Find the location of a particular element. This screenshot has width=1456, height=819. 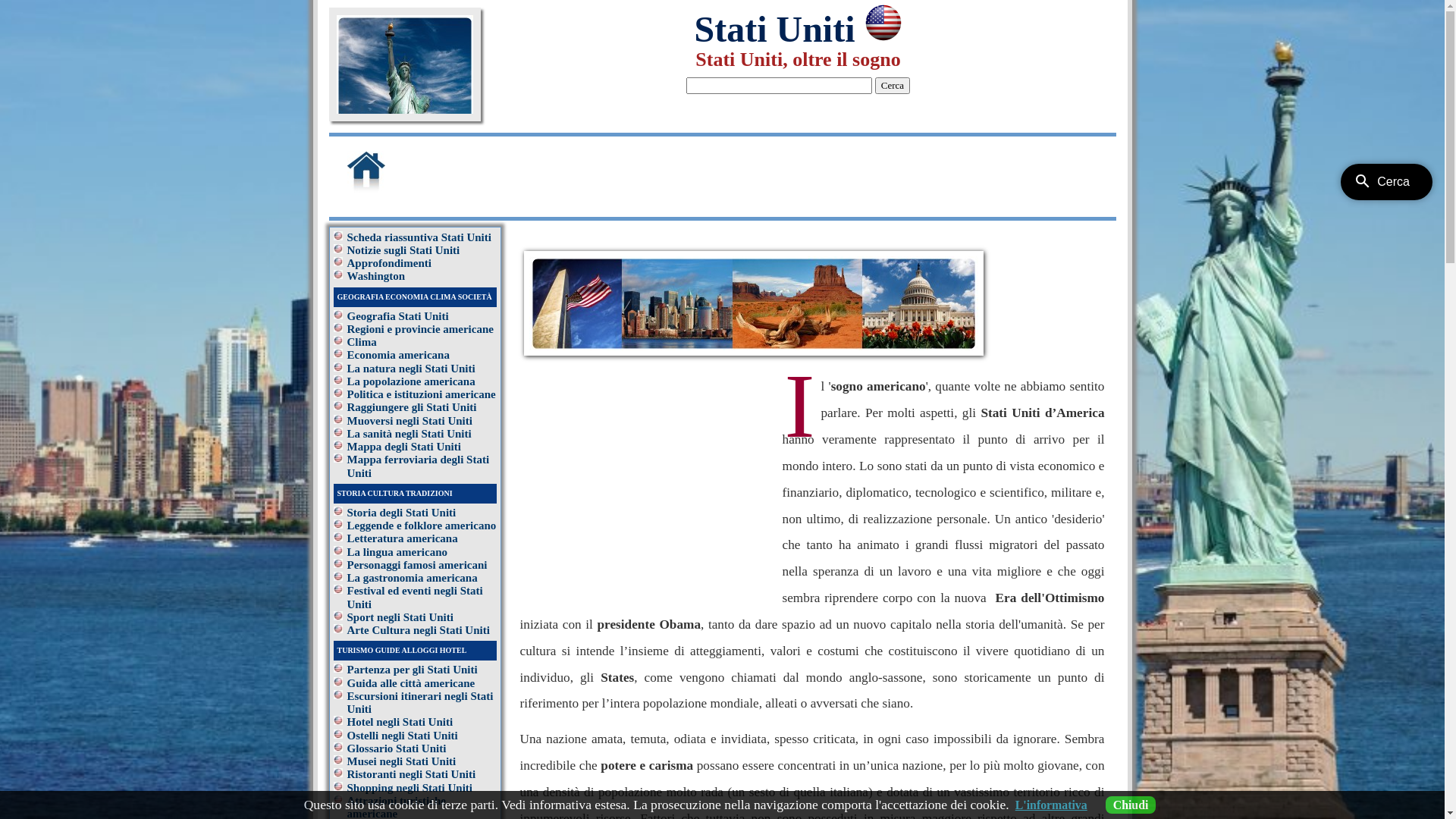

'  ' is located at coordinates (385, 189).